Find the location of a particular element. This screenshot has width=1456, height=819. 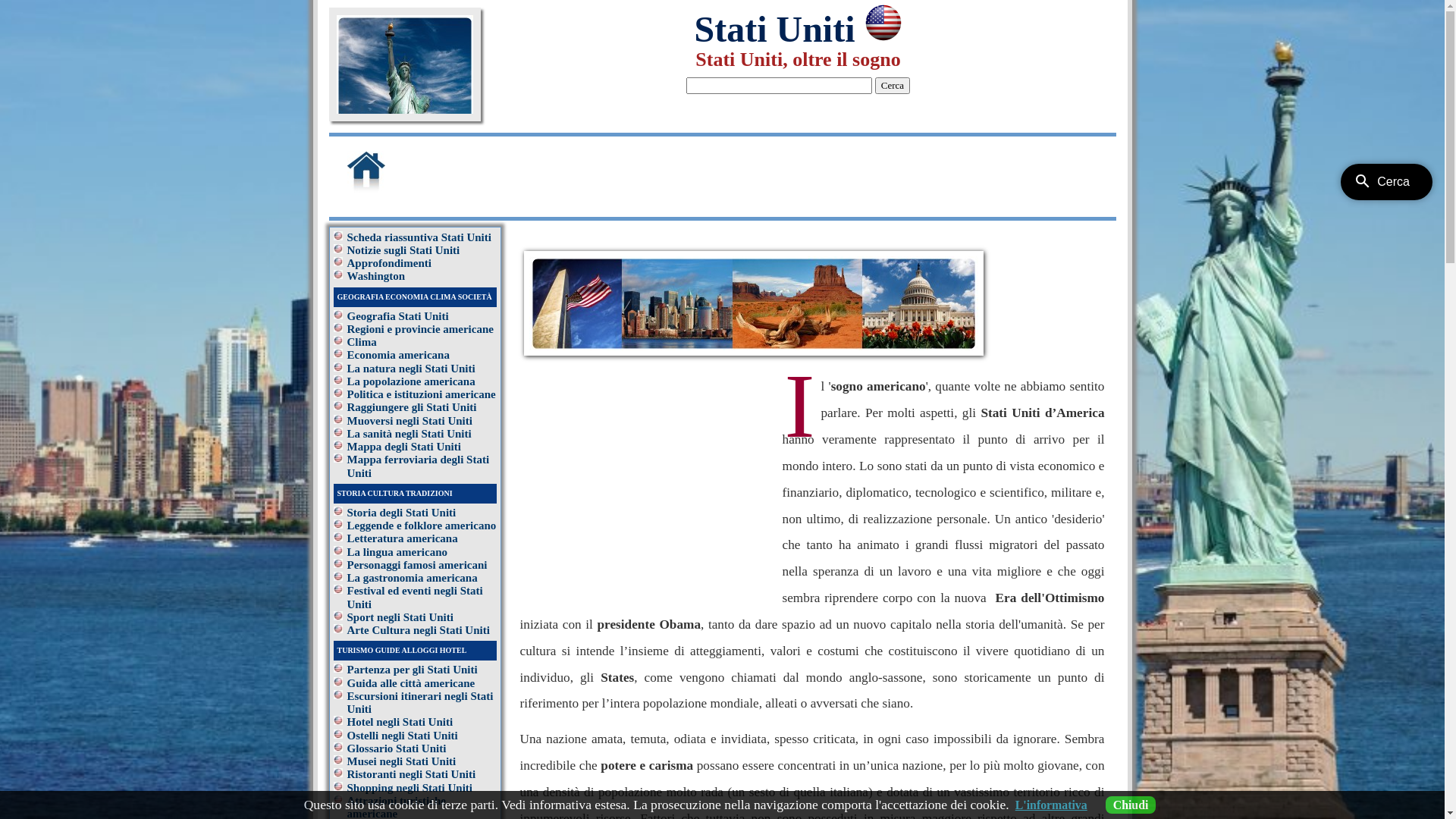

'  ' is located at coordinates (385, 189).